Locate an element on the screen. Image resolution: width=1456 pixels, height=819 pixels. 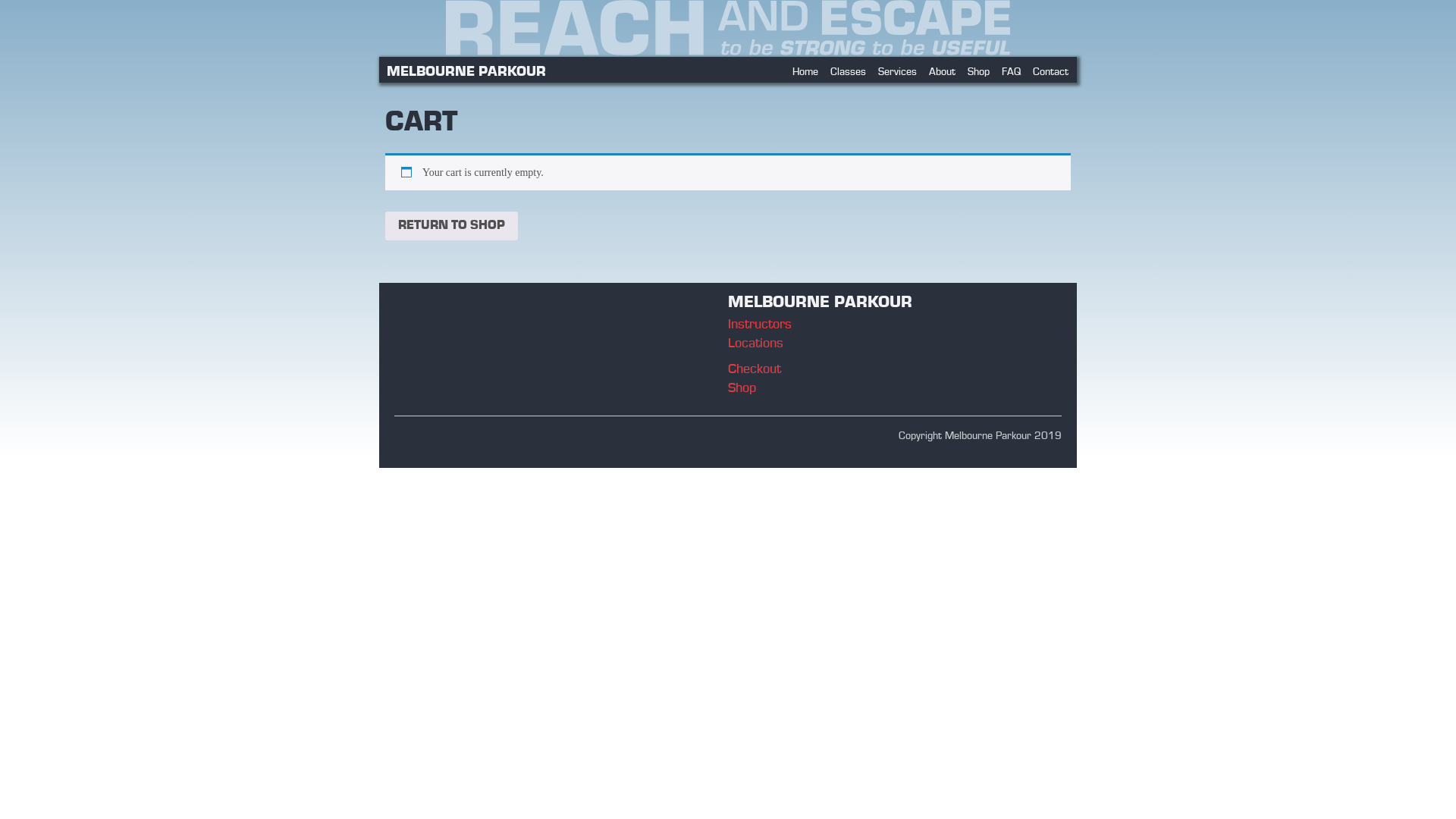
'Contact' is located at coordinates (1050, 72).